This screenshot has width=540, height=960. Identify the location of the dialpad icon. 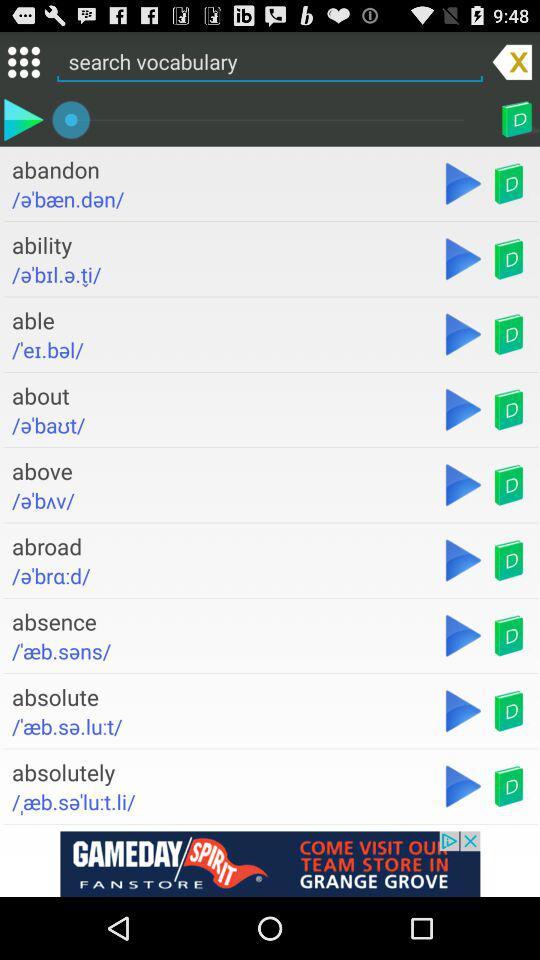
(22, 66).